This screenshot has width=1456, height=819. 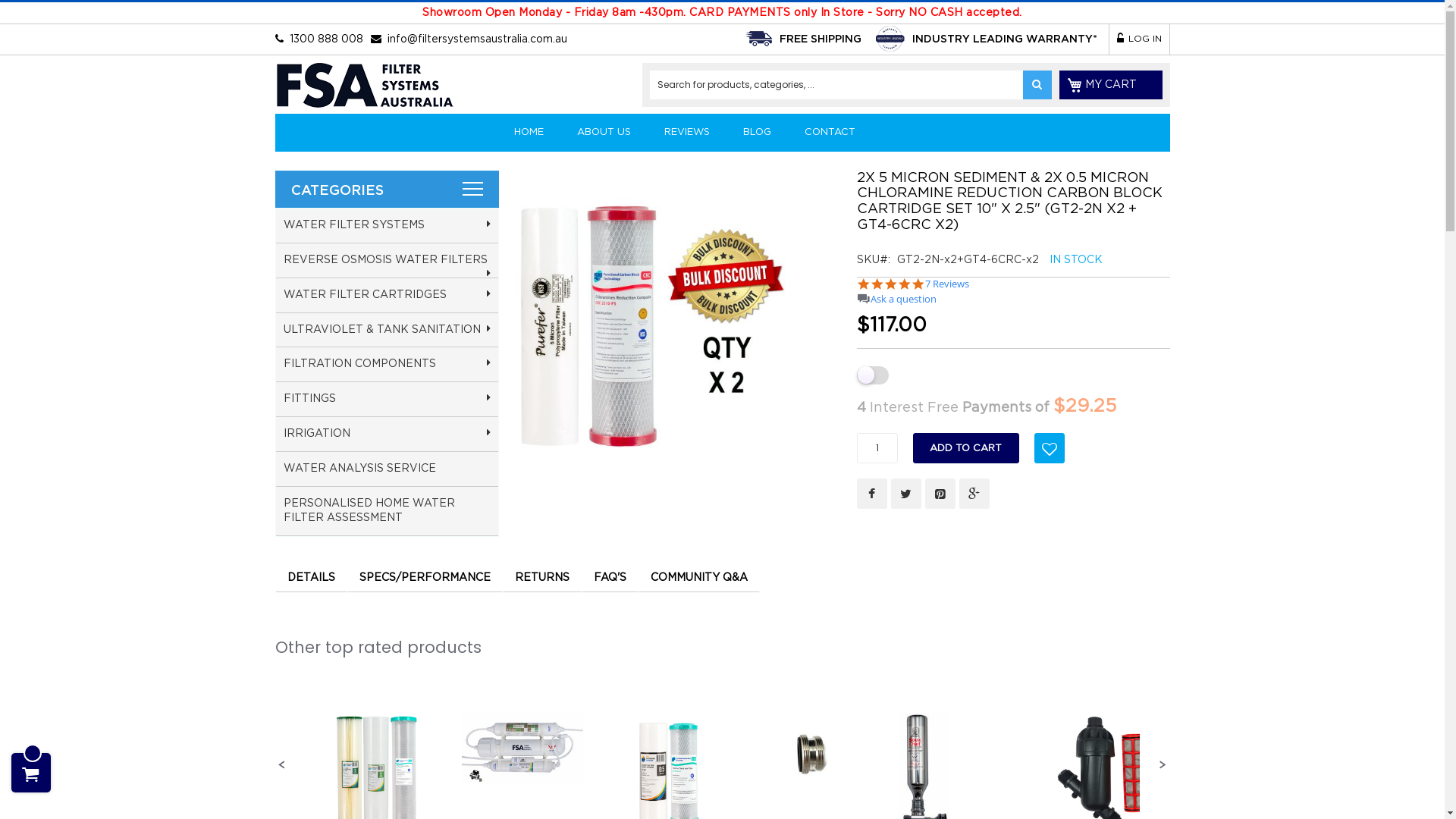 I want to click on 'ULTRAVIOLET & TANK SANITATION', so click(x=387, y=329).